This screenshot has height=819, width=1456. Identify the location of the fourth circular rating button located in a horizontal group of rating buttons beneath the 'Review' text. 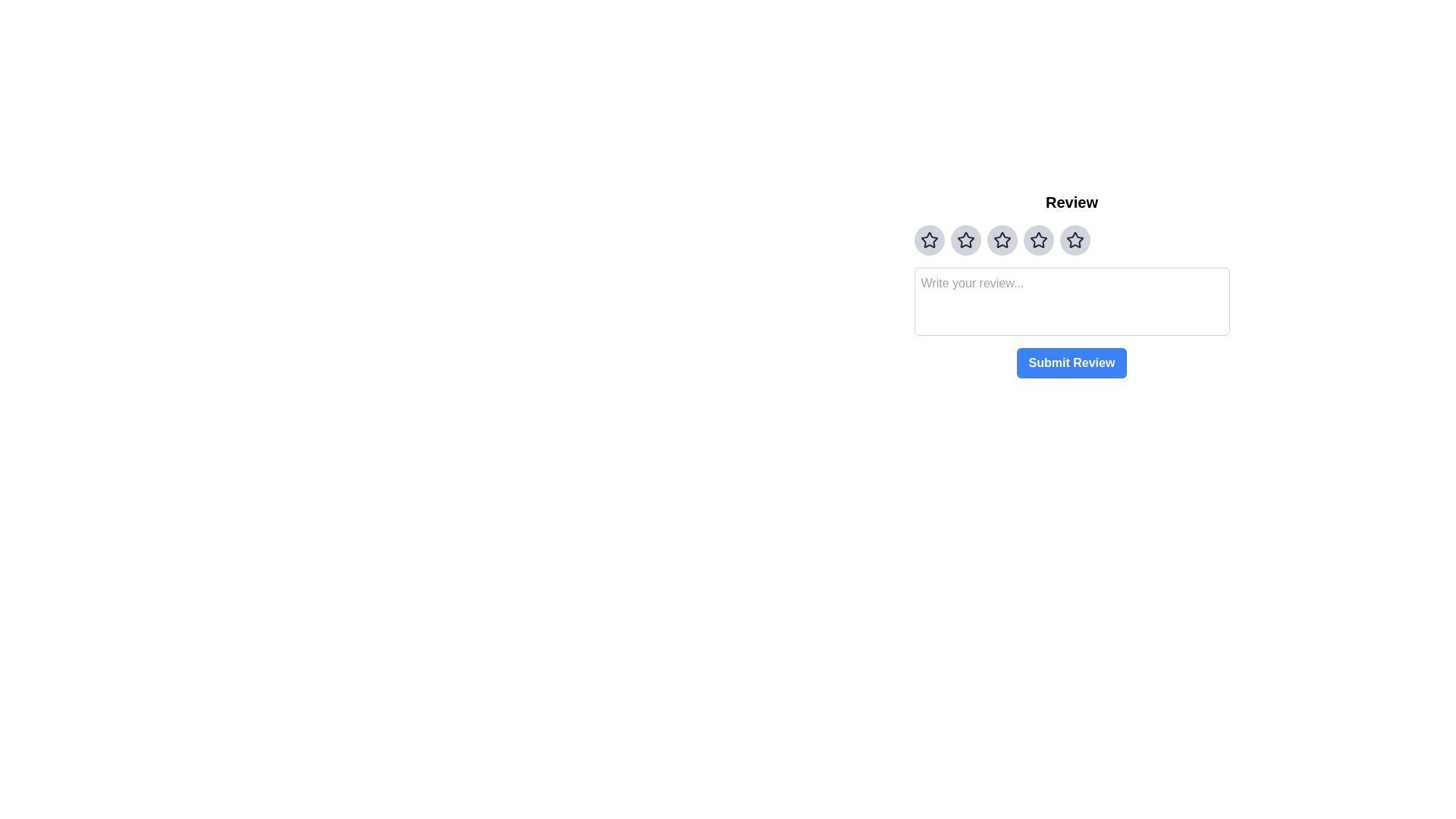
(1037, 239).